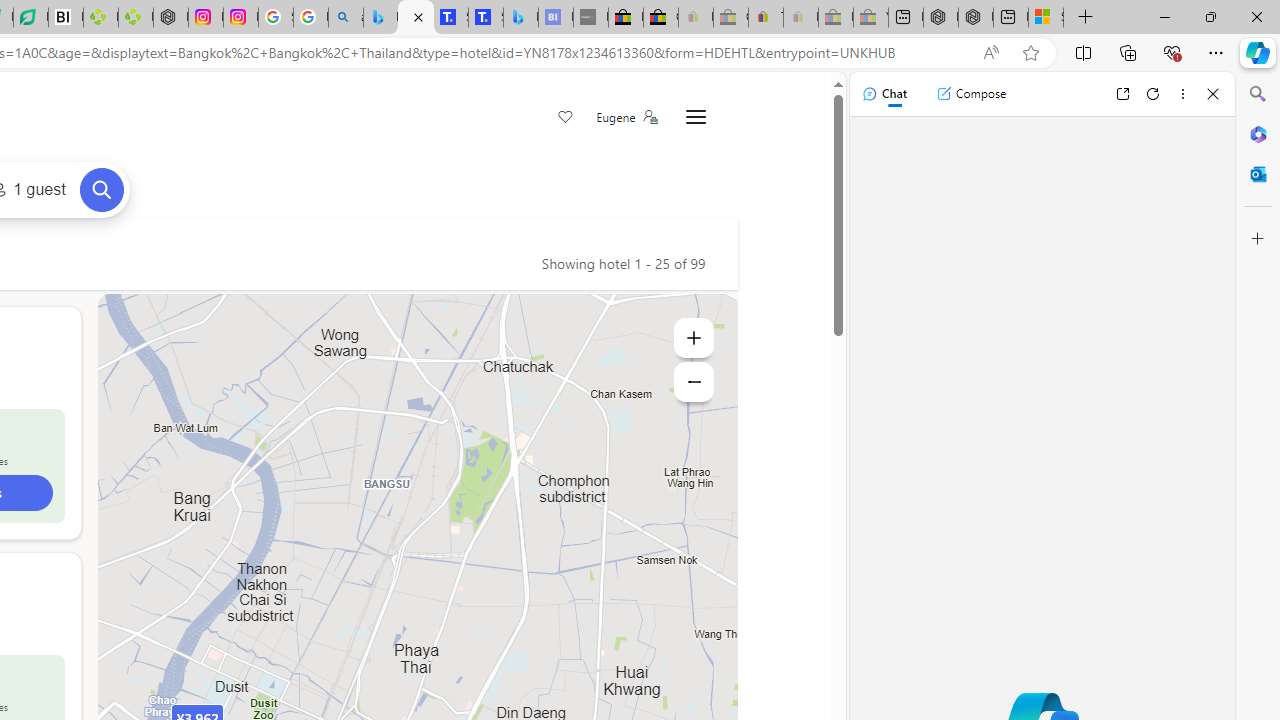  What do you see at coordinates (415, 17) in the screenshot?
I see `'Microsoft Bing Travel - Stays in Bangkok, Bangkok, Thailand'` at bounding box center [415, 17].